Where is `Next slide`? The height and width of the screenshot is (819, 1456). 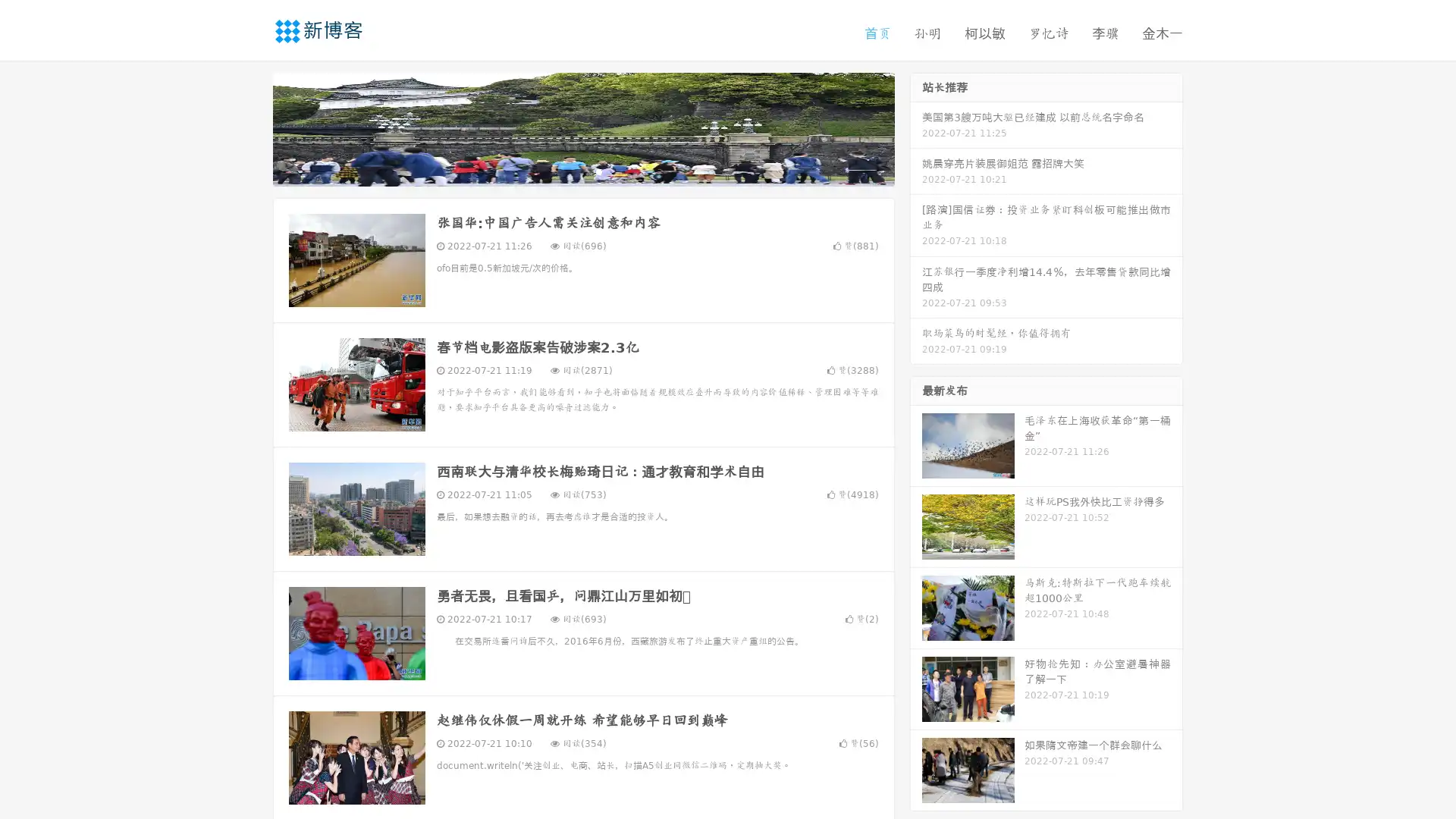
Next slide is located at coordinates (916, 127).